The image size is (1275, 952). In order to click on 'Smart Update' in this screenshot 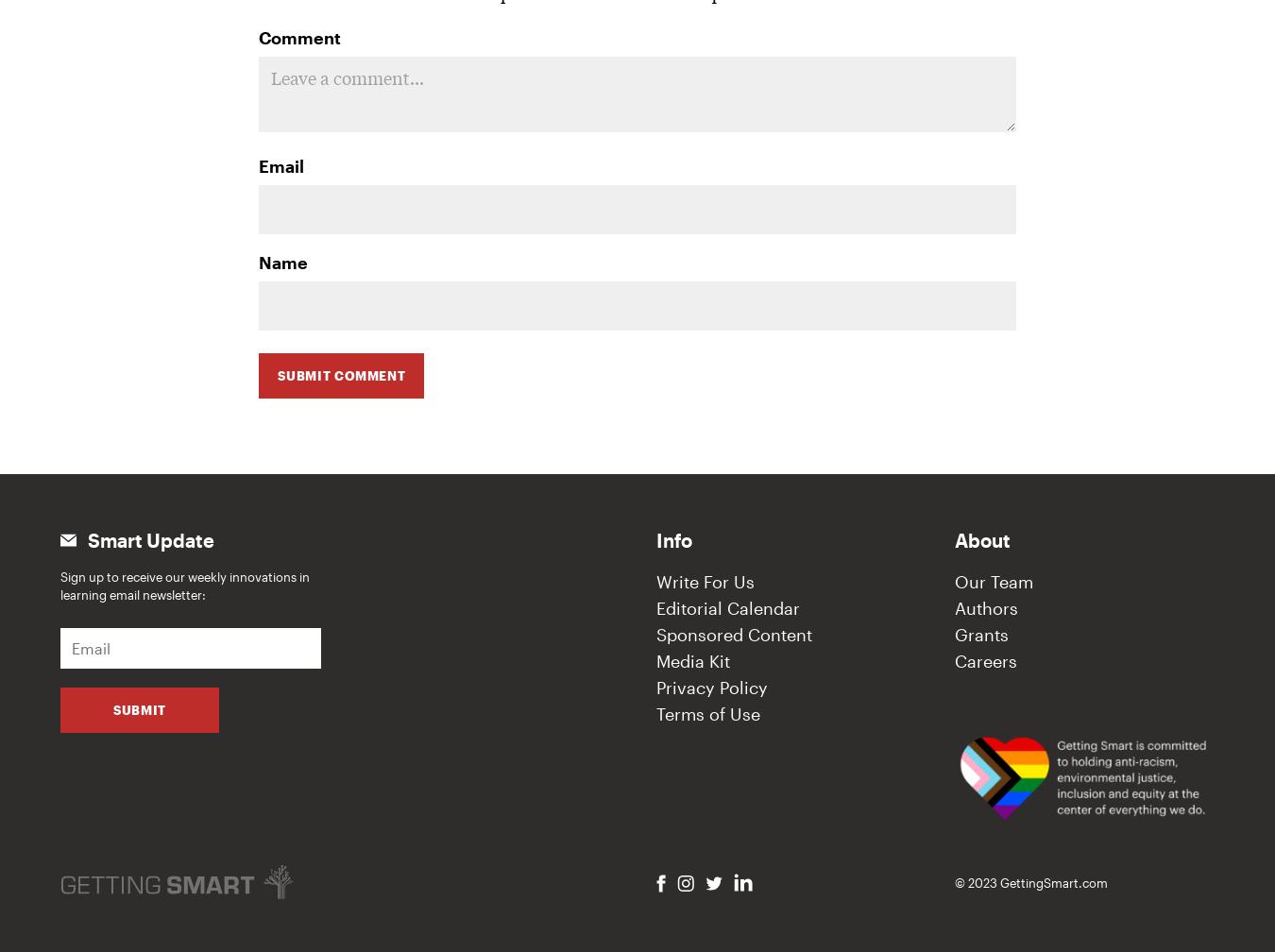, I will do `click(87, 540)`.